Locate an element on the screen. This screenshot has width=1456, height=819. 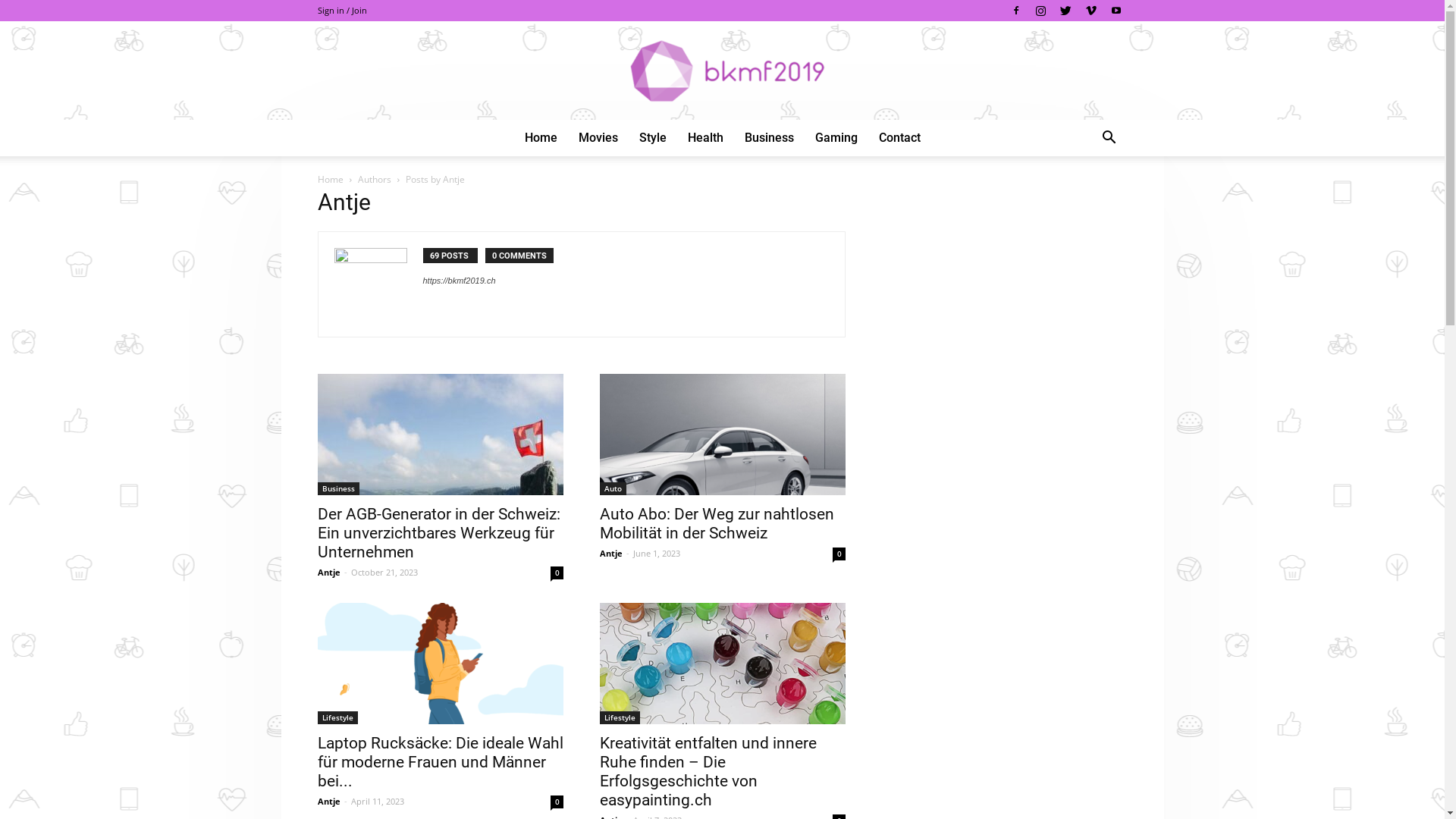
'https://bkmf2019.ch' is located at coordinates (458, 281).